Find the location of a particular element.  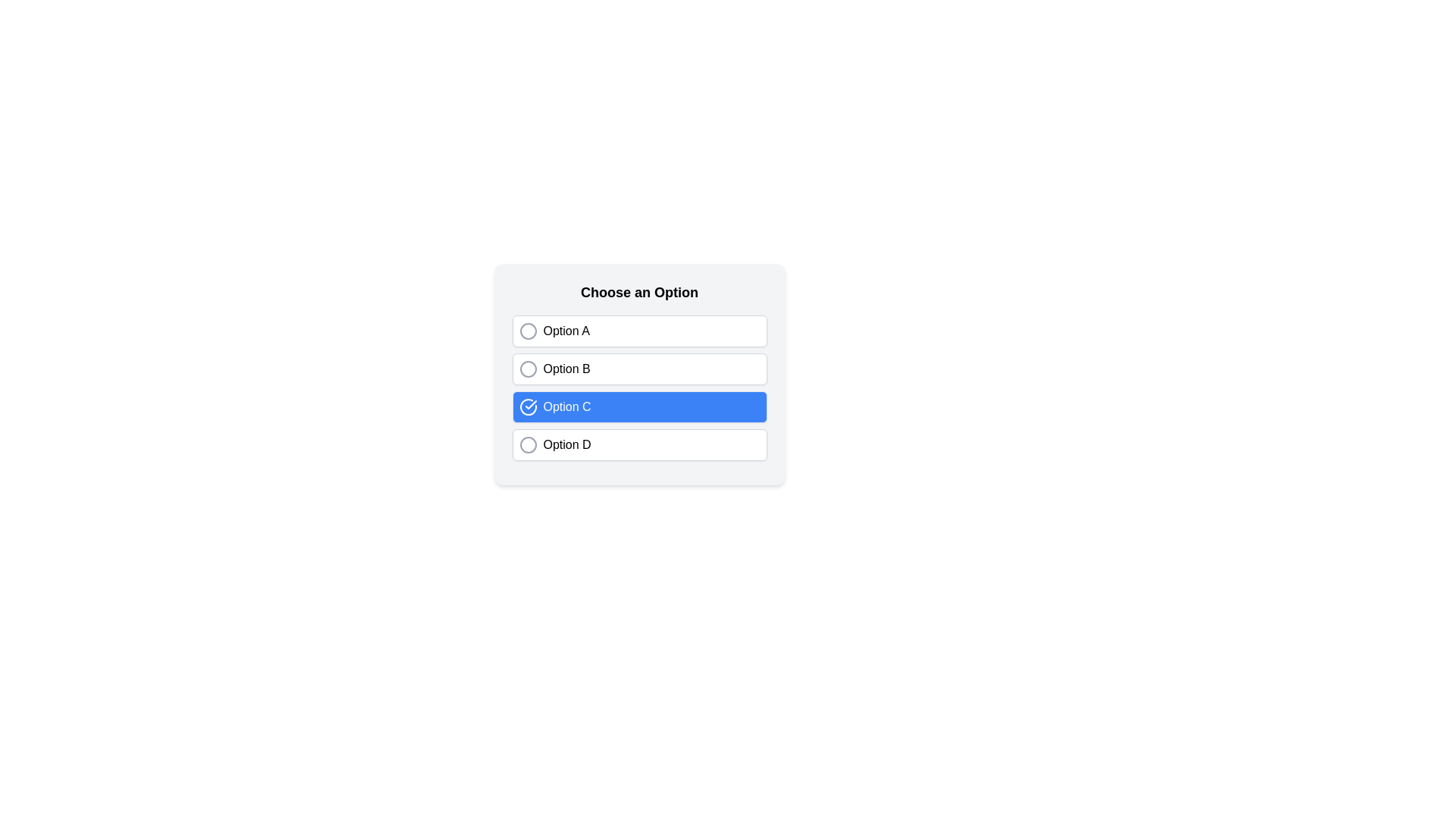

the button-like selectable option labeled 'Option D' is located at coordinates (639, 444).